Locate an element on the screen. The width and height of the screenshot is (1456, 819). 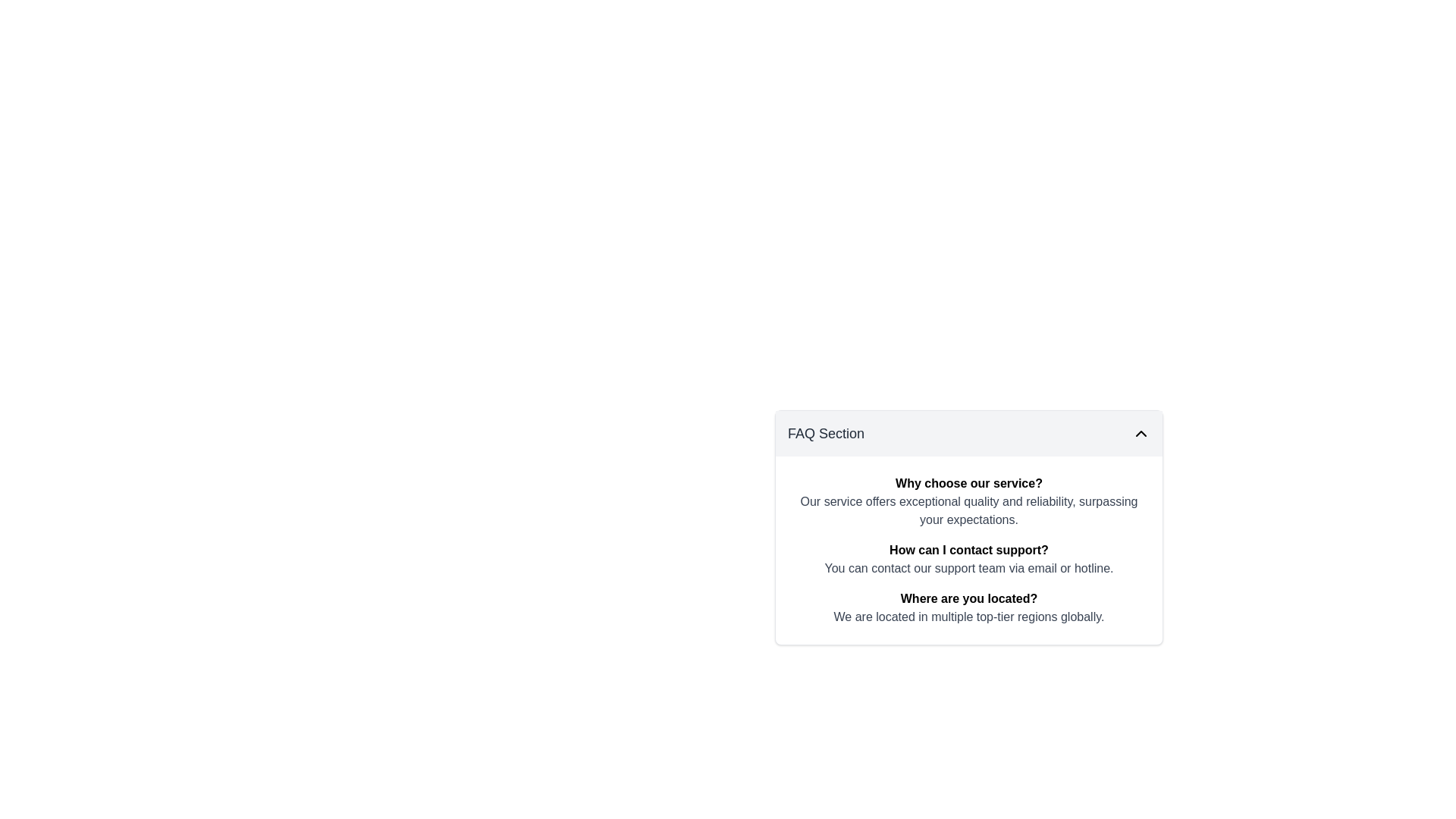
the second Information Block that provides FAQ information about contacting support, positioned between 'Why choose our service?' and 'Where are you located?' is located at coordinates (968, 559).